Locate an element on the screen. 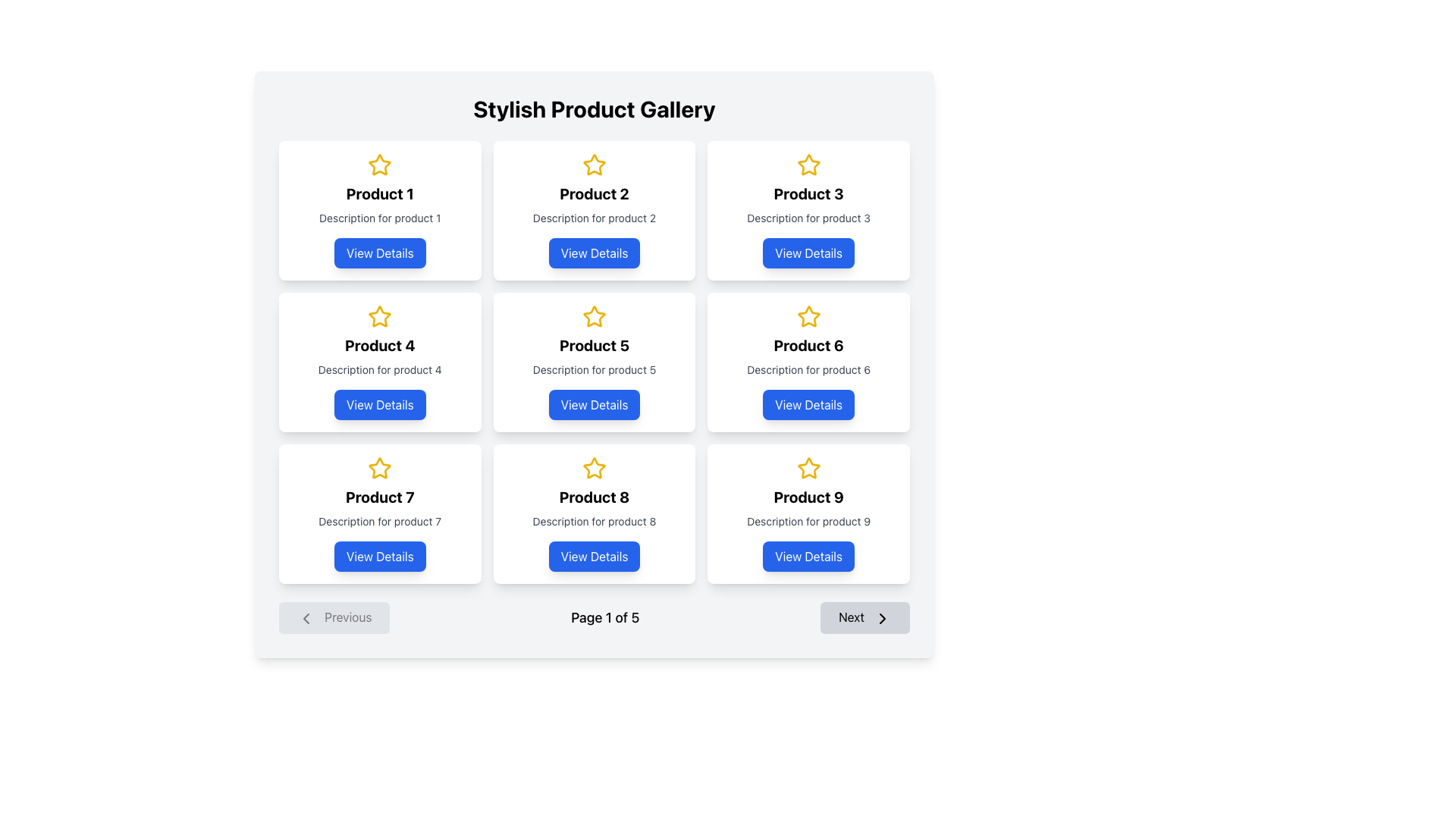 The height and width of the screenshot is (819, 1456). the Star-shaped icon representing the rating or favorite marker for 'Product 4' in the product grid is located at coordinates (380, 315).